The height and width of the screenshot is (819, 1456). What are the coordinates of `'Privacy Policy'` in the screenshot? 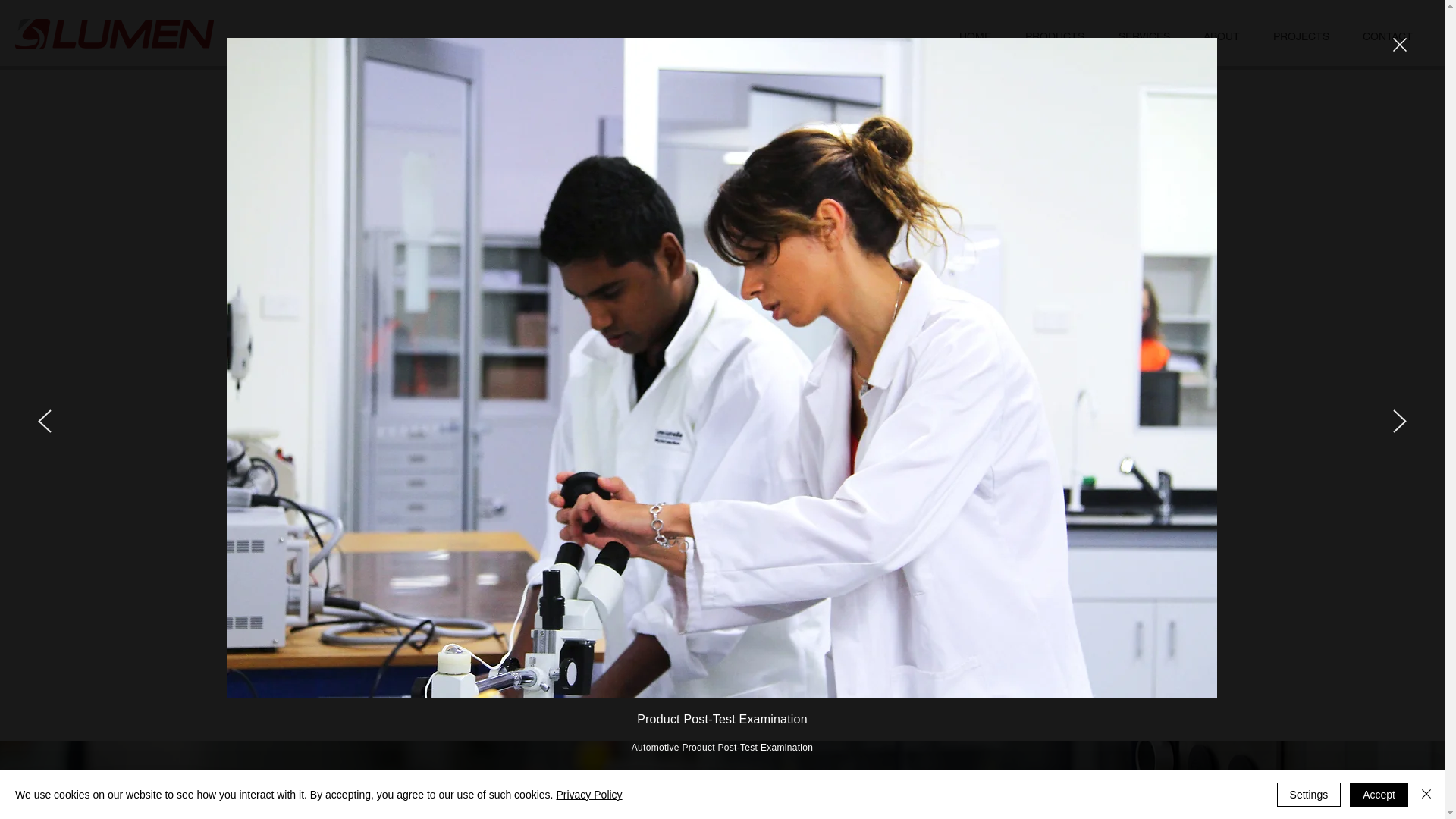 It's located at (588, 794).